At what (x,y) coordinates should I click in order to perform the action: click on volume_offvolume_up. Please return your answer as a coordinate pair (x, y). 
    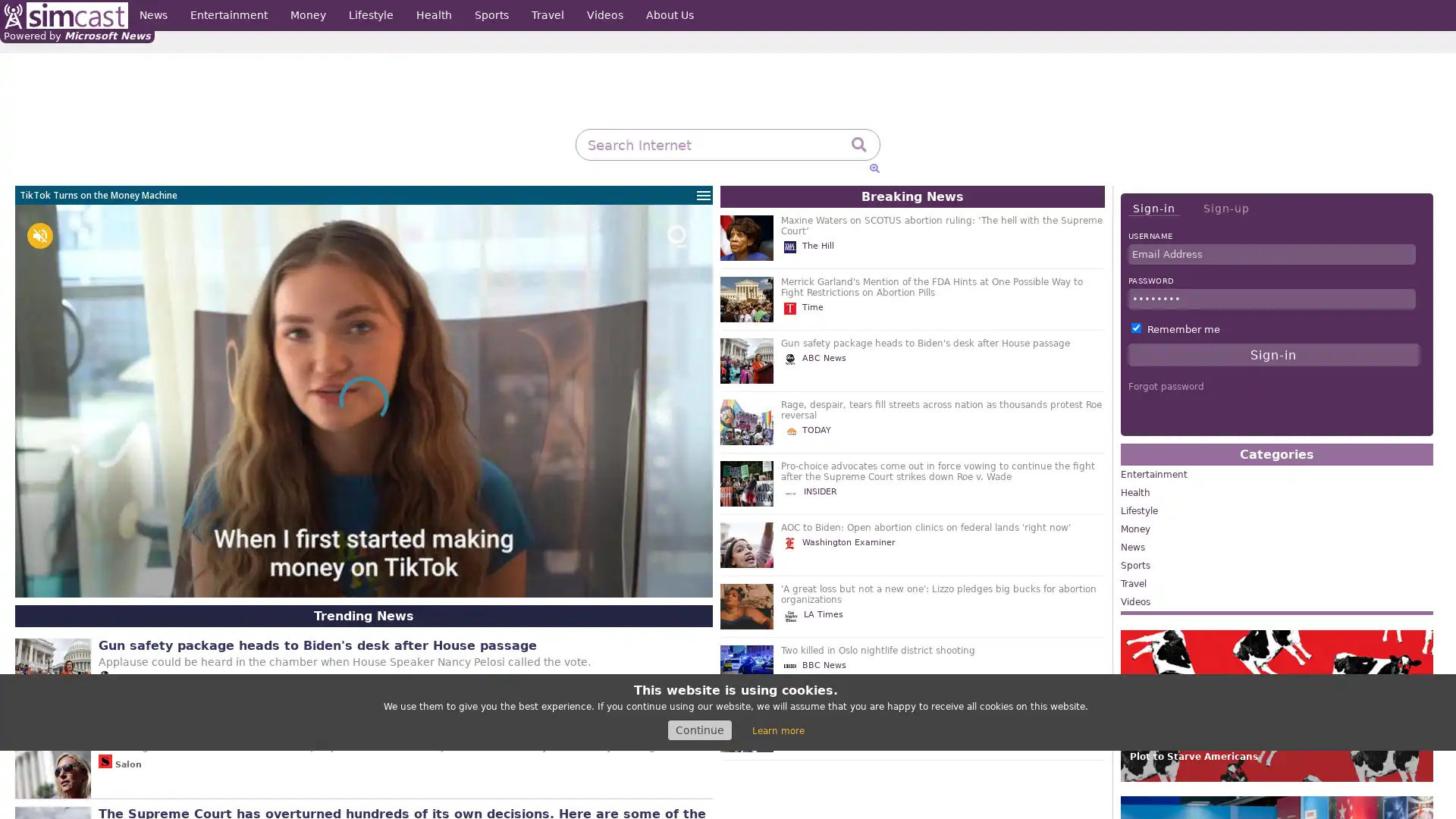
    Looking at the image, I should click on (39, 236).